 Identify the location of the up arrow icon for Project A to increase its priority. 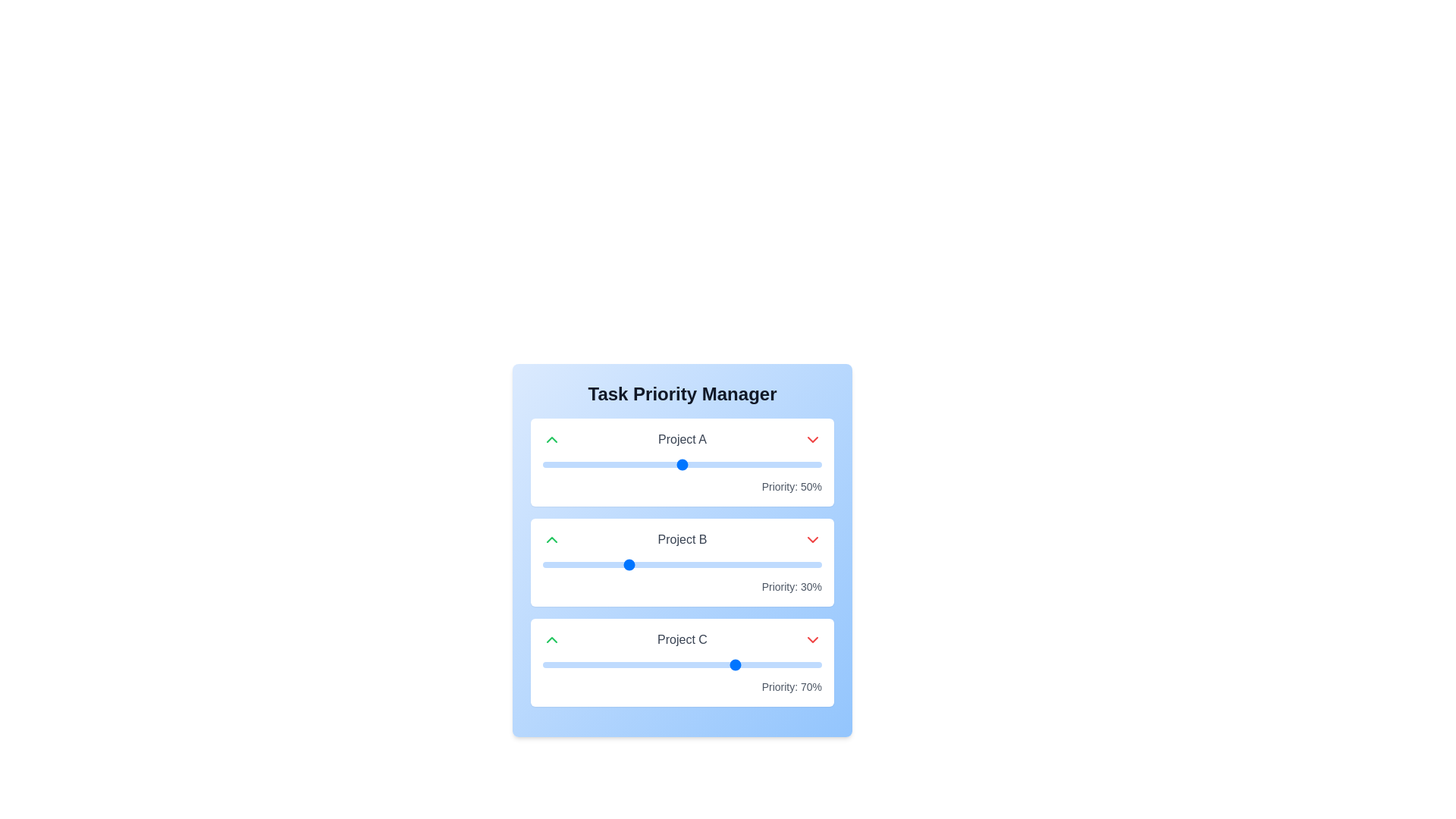
(551, 439).